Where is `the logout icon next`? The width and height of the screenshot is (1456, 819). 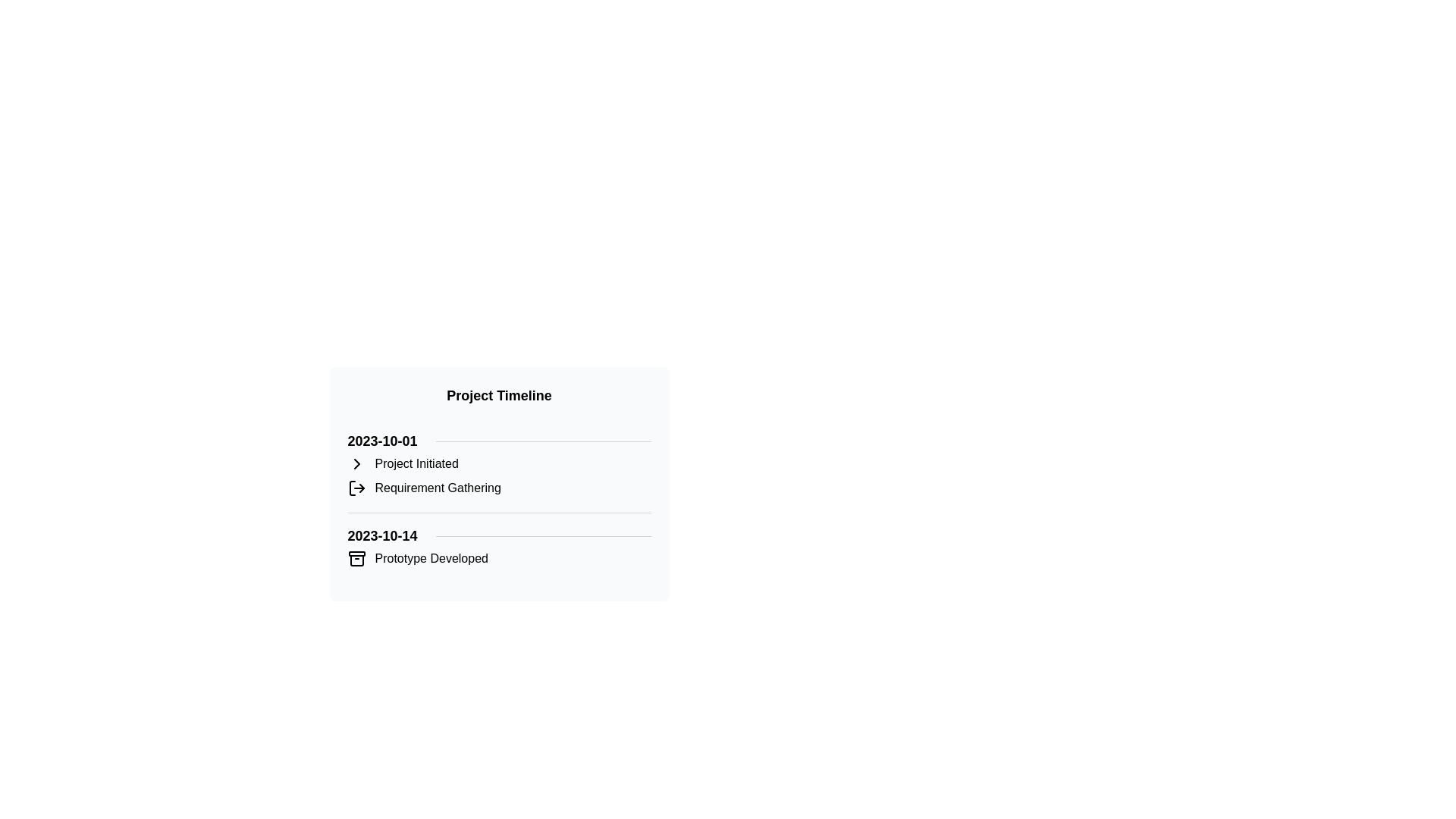 the logout icon next is located at coordinates (356, 488).